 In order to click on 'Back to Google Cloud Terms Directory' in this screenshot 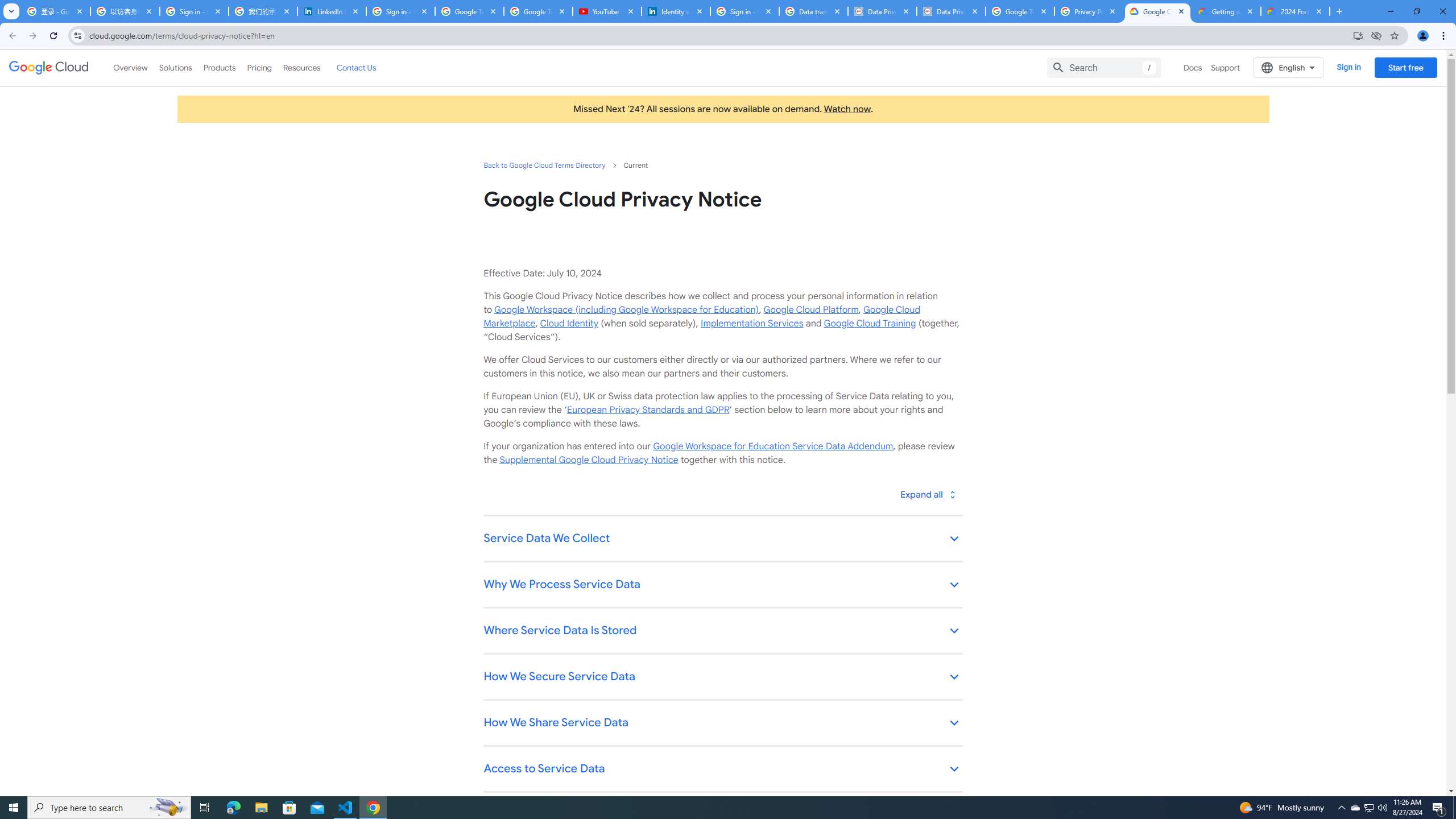, I will do `click(544, 165)`.